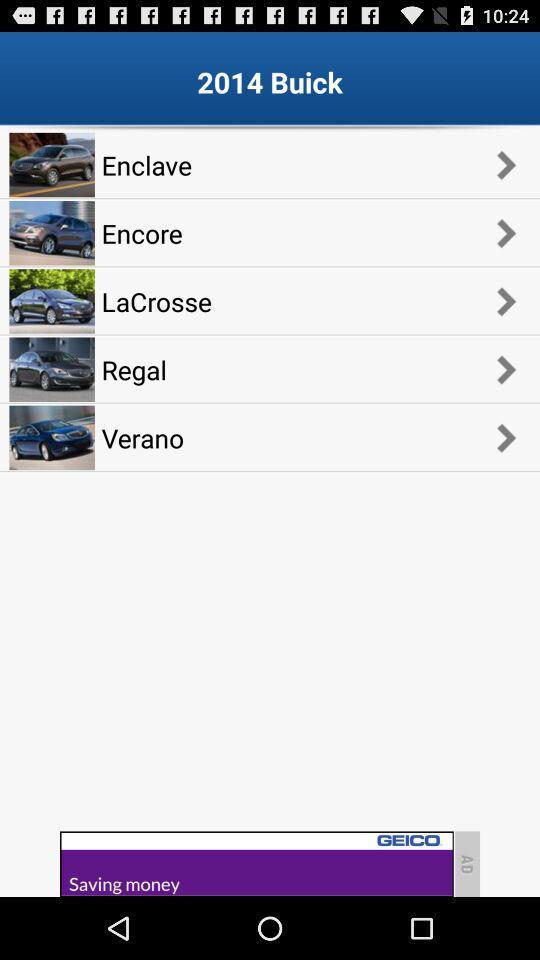 This screenshot has width=540, height=960. What do you see at coordinates (52, 299) in the screenshot?
I see `the image beside lacrosse` at bounding box center [52, 299].